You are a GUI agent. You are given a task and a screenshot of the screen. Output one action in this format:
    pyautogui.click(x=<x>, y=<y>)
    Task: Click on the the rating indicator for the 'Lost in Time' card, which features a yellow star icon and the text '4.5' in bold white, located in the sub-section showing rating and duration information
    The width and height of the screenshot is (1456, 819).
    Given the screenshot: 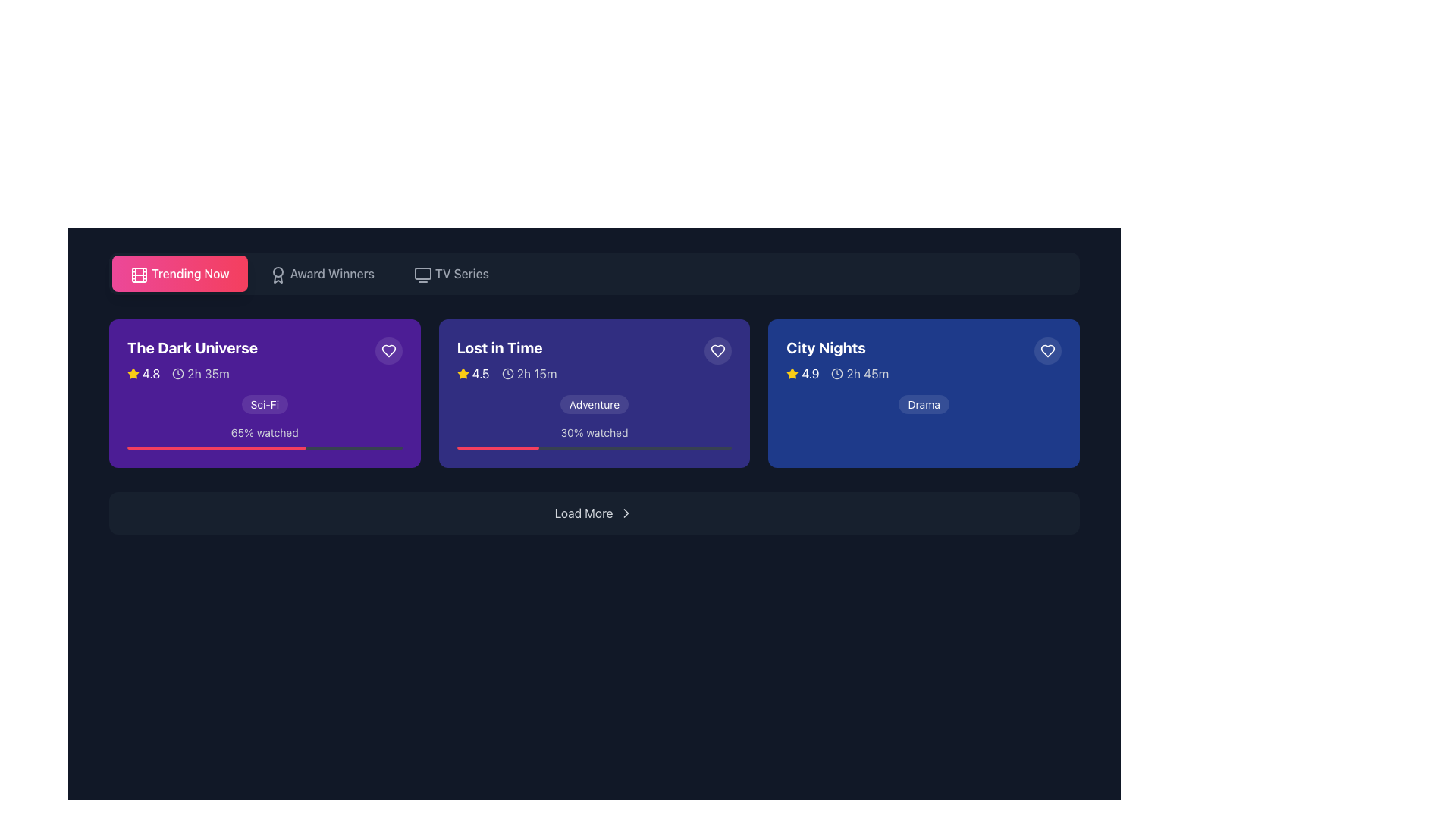 What is the action you would take?
    pyautogui.click(x=472, y=374)
    